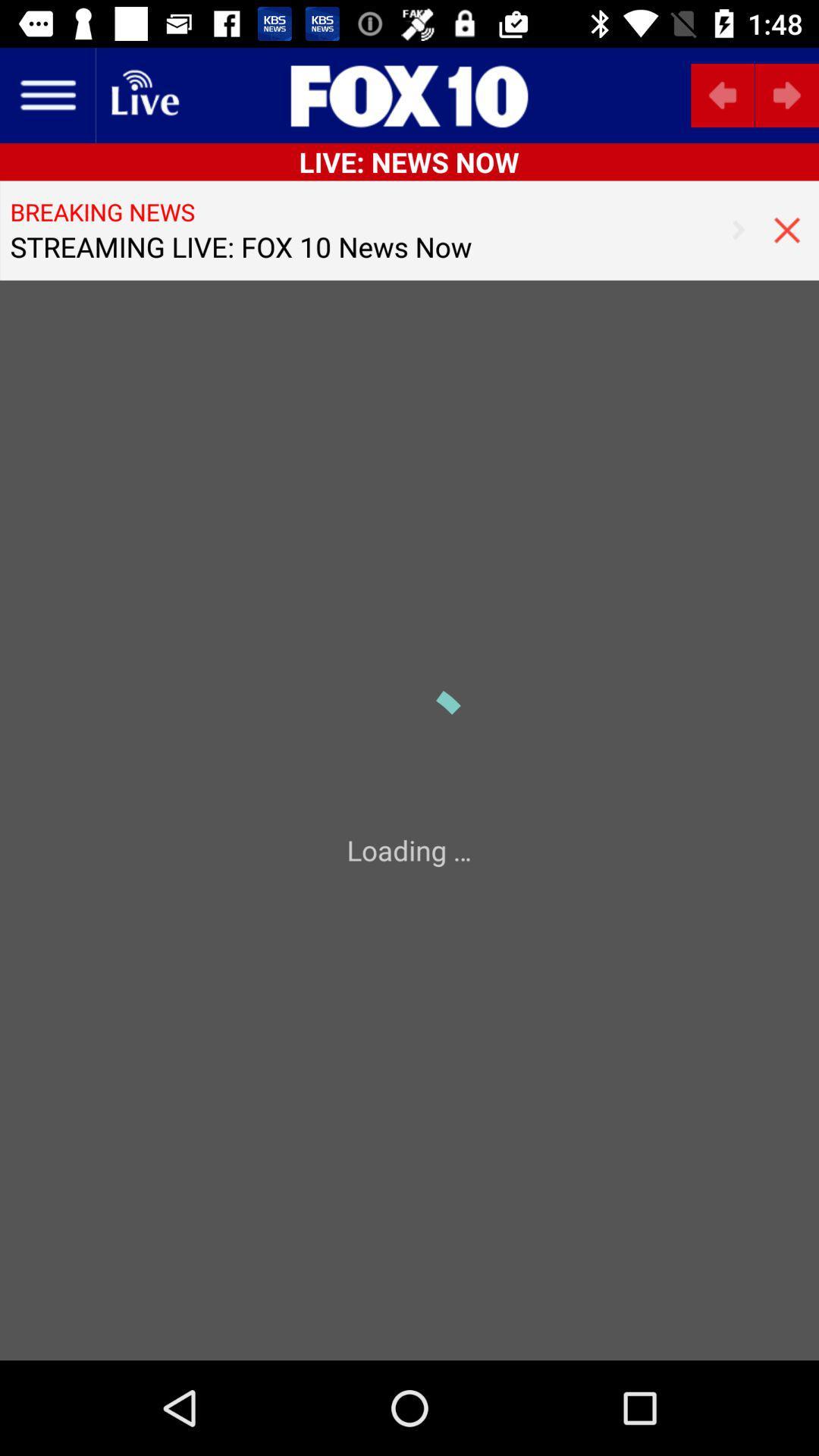 This screenshot has height=1456, width=819. I want to click on the menu icon, so click(46, 94).